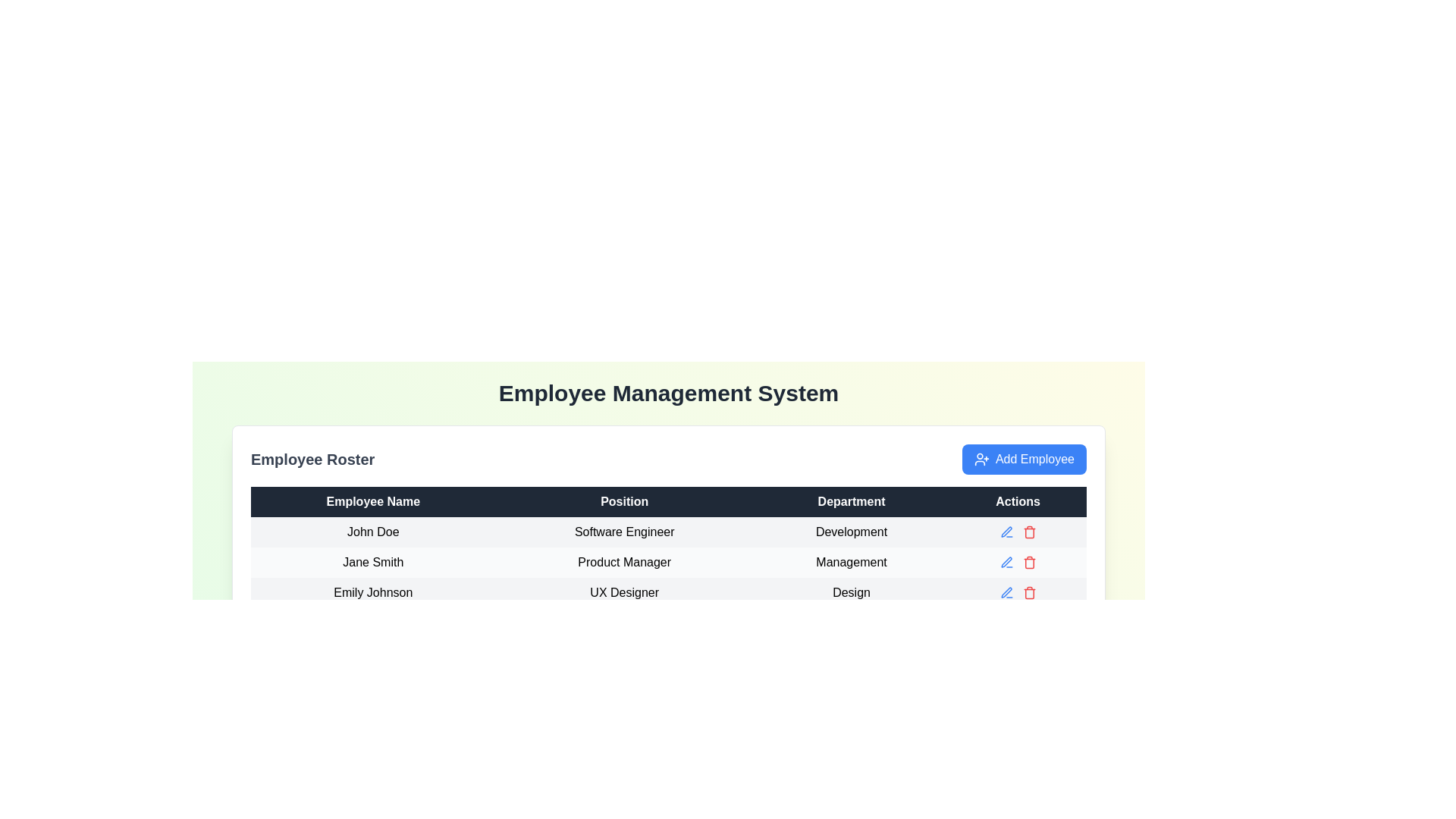 The width and height of the screenshot is (1456, 819). Describe the element at coordinates (1018, 562) in the screenshot. I see `the edit icon in the actions column corresponding to Jane Smith's entry in the data table to modify the entry` at that location.